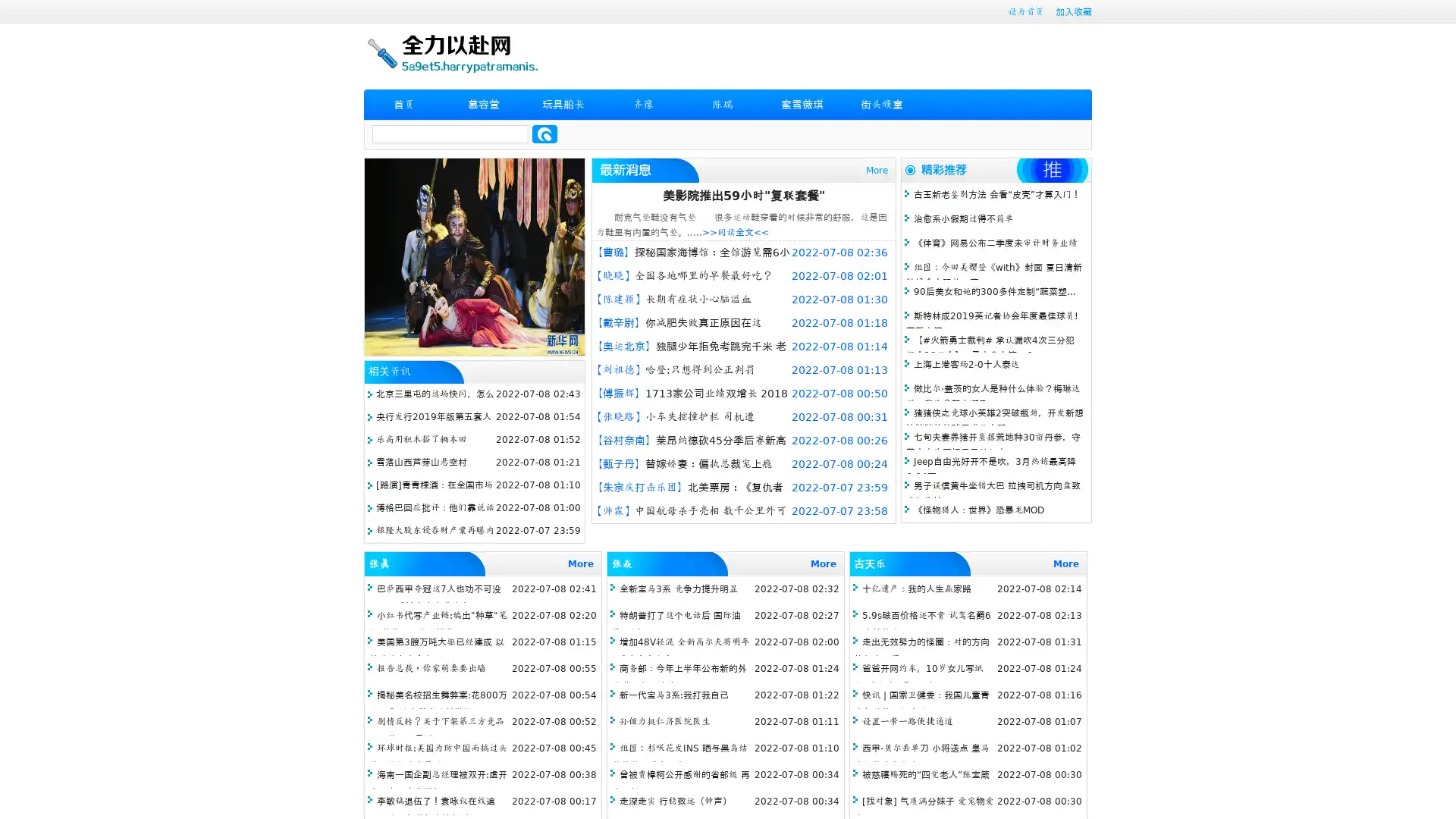 This screenshot has height=819, width=1456. What do you see at coordinates (544, 133) in the screenshot?
I see `Search` at bounding box center [544, 133].